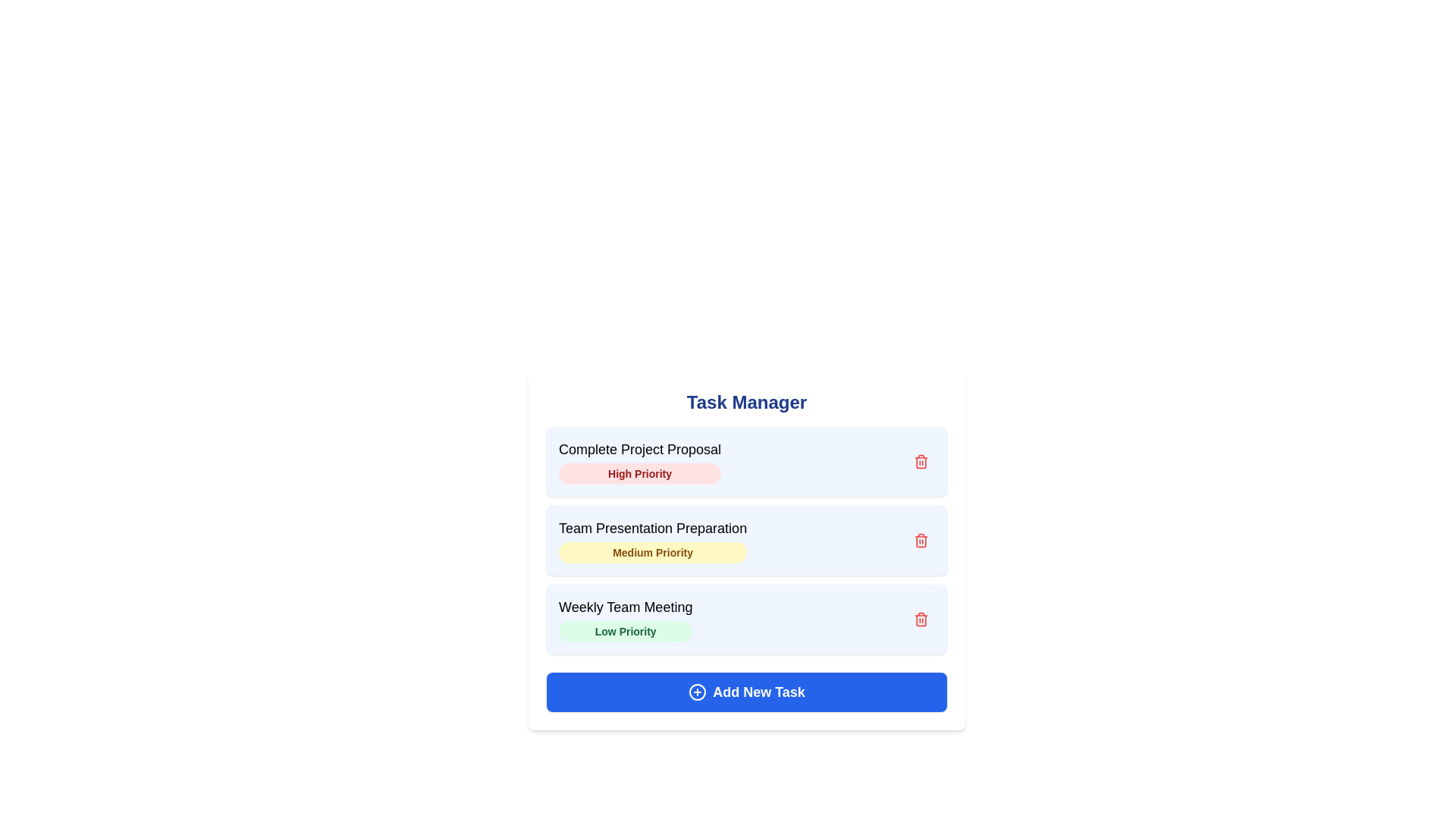  Describe the element at coordinates (920, 620) in the screenshot. I see `delete button for the task titled 'Weekly Team Meeting'` at that location.